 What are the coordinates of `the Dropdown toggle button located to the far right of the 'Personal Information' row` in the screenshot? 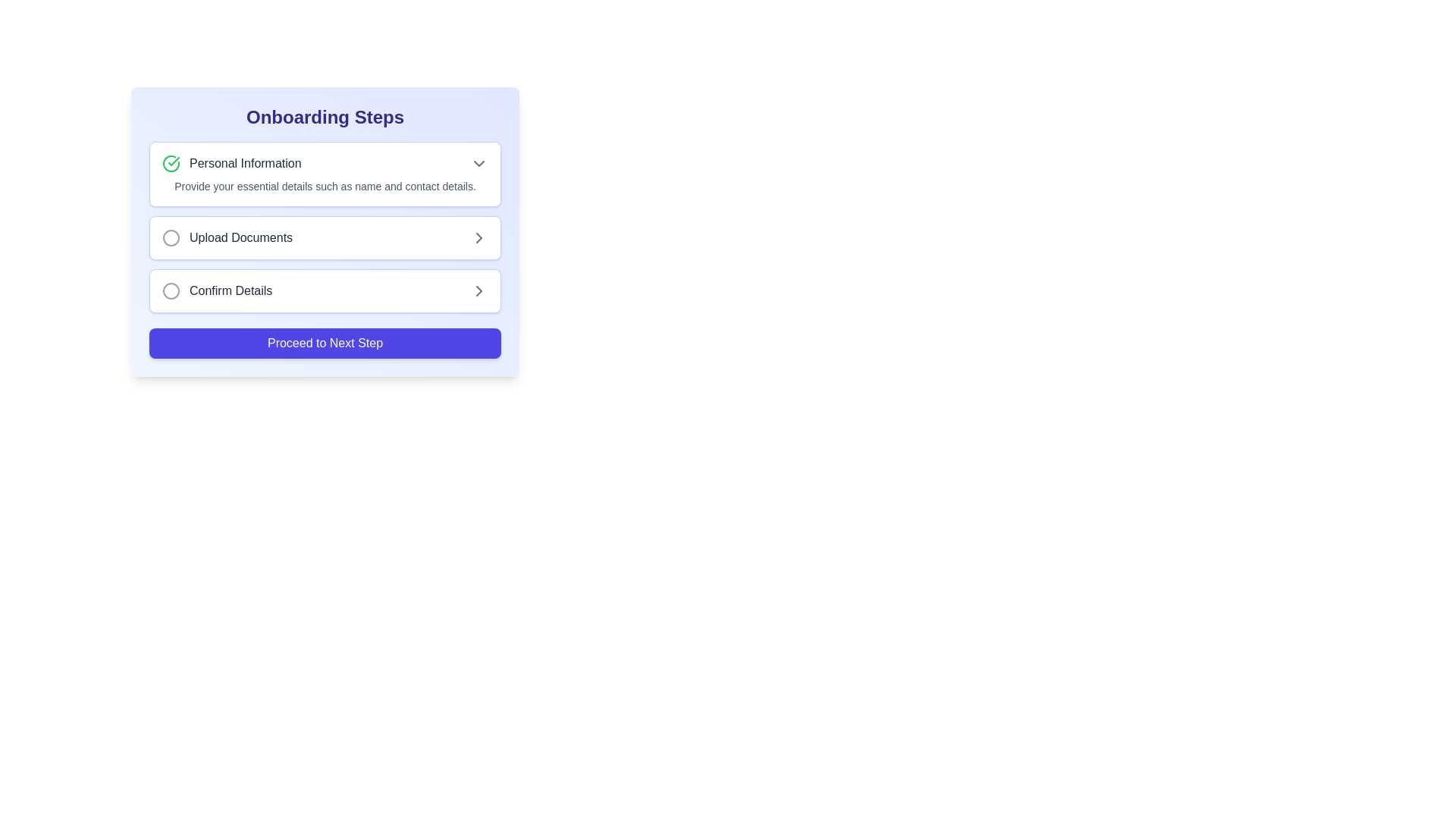 It's located at (479, 164).